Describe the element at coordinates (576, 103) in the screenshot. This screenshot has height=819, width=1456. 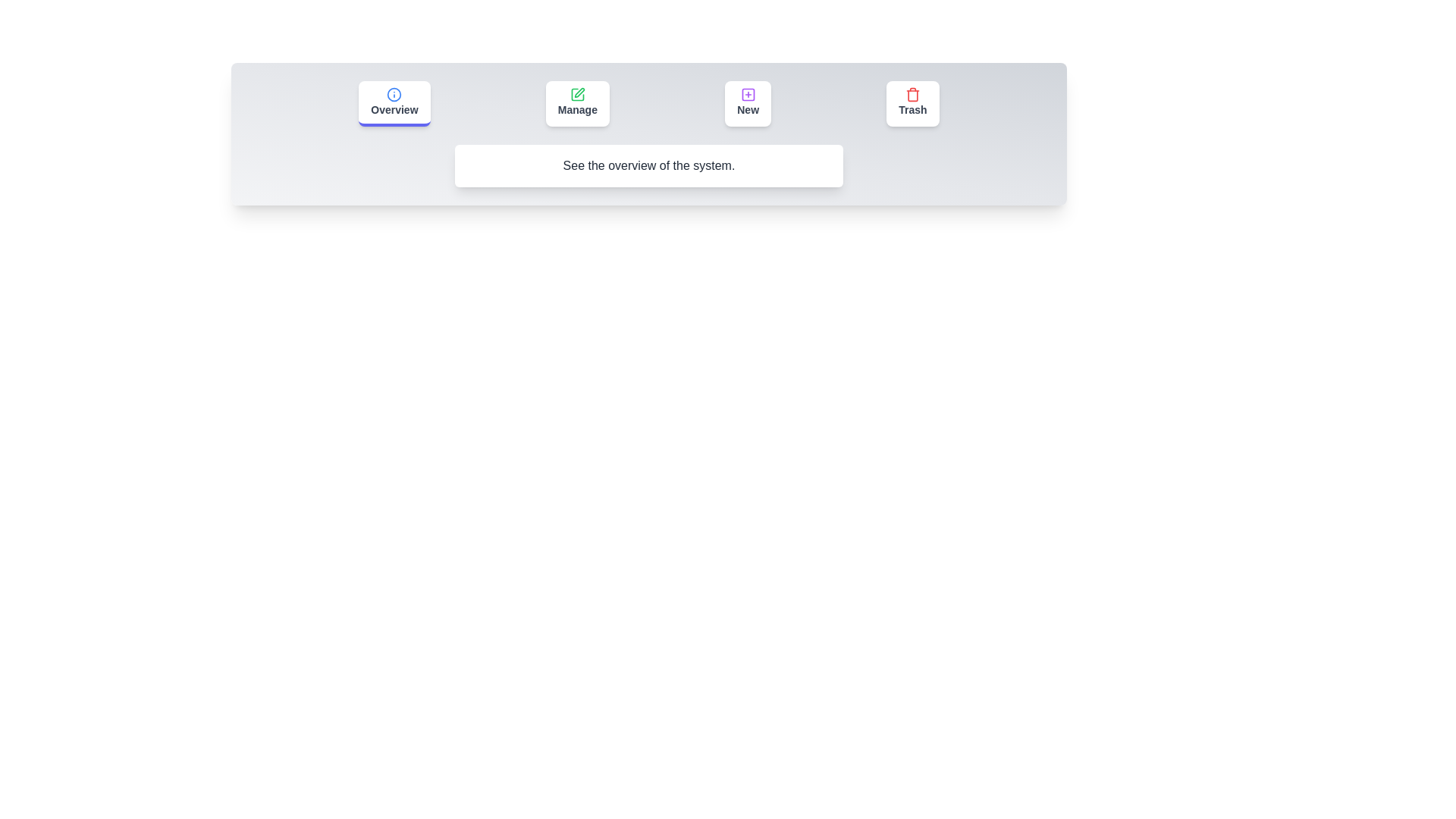
I see `the tab labeled Manage` at that location.